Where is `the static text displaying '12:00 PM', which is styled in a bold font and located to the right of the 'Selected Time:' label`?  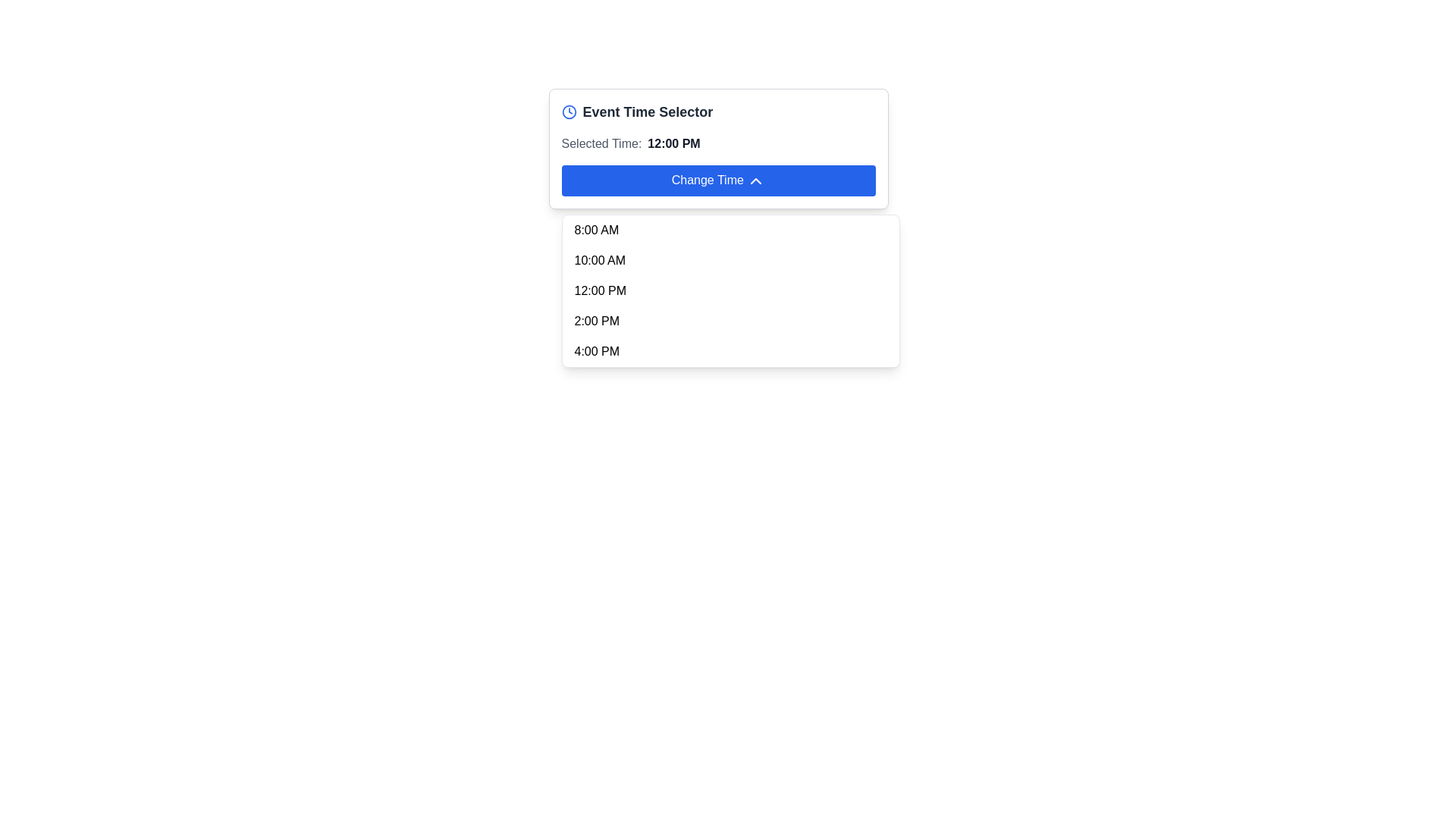
the static text displaying '12:00 PM', which is styled in a bold font and located to the right of the 'Selected Time:' label is located at coordinates (673, 143).